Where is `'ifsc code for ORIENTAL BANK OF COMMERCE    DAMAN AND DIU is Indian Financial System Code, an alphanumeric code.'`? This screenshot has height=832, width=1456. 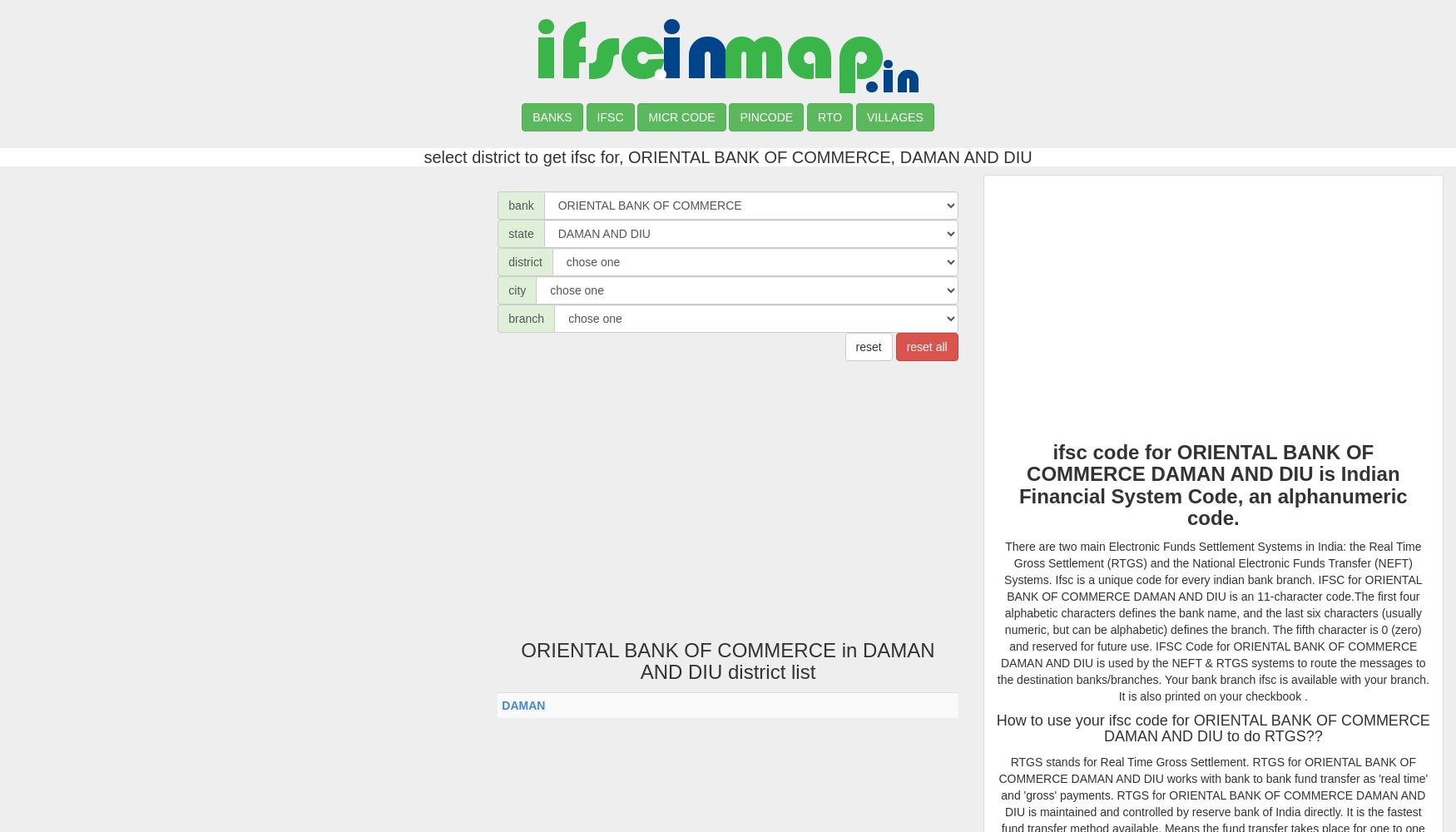
'ifsc code for ORIENTAL BANK OF COMMERCE    DAMAN AND DIU is Indian Financial System Code, an alphanumeric code.' is located at coordinates (1212, 484).